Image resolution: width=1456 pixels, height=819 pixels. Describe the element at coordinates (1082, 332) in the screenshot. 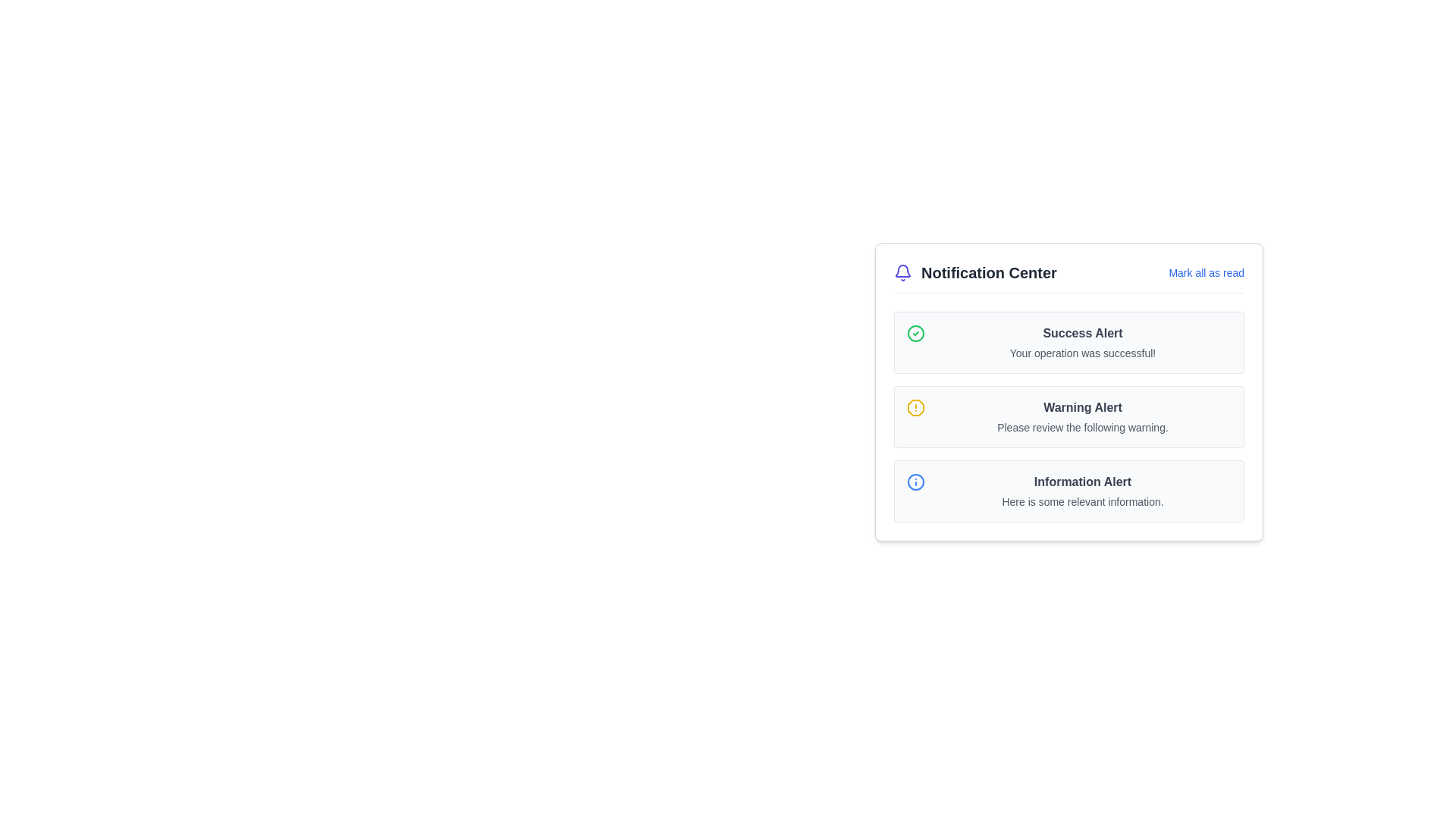

I see `the 'Success Alert' text label which is styled in bold gray color and is part of the notification interface, located in the first row of the notification list under 'Notification Center'` at that location.